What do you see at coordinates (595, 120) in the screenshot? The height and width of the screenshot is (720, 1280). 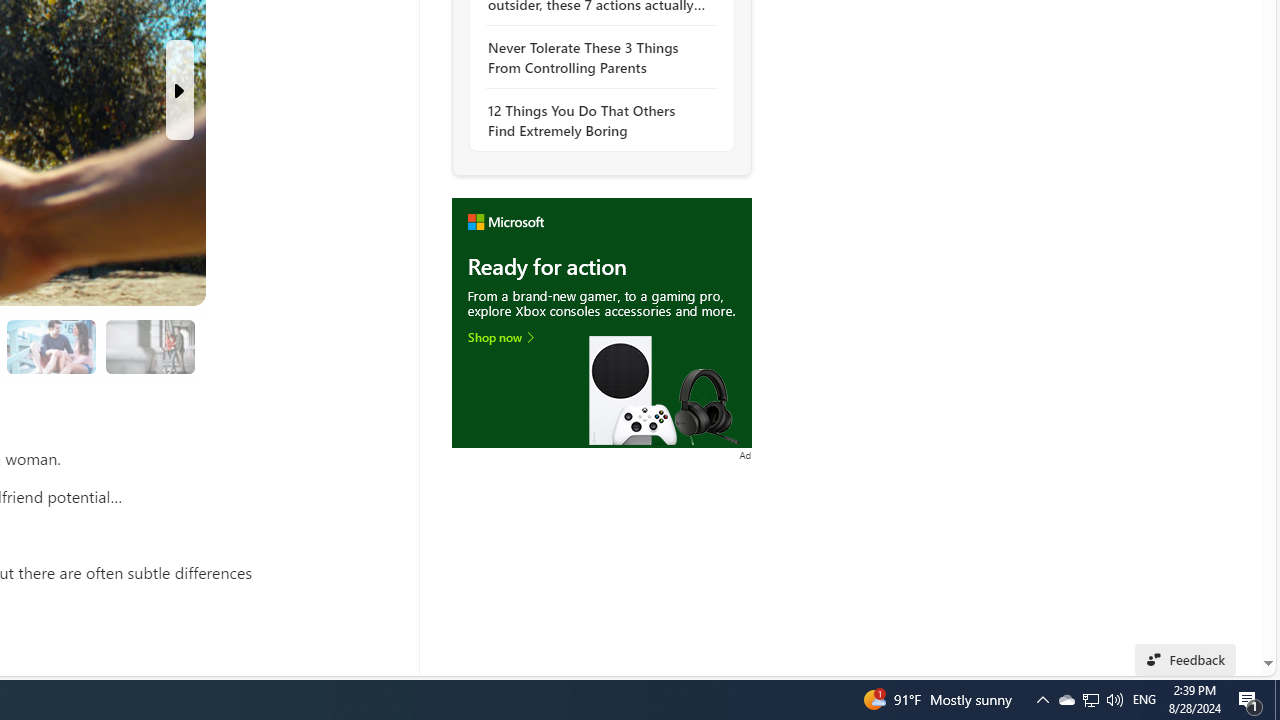 I see `'12 Things You Do That Others Find Extremely Boring'` at bounding box center [595, 120].